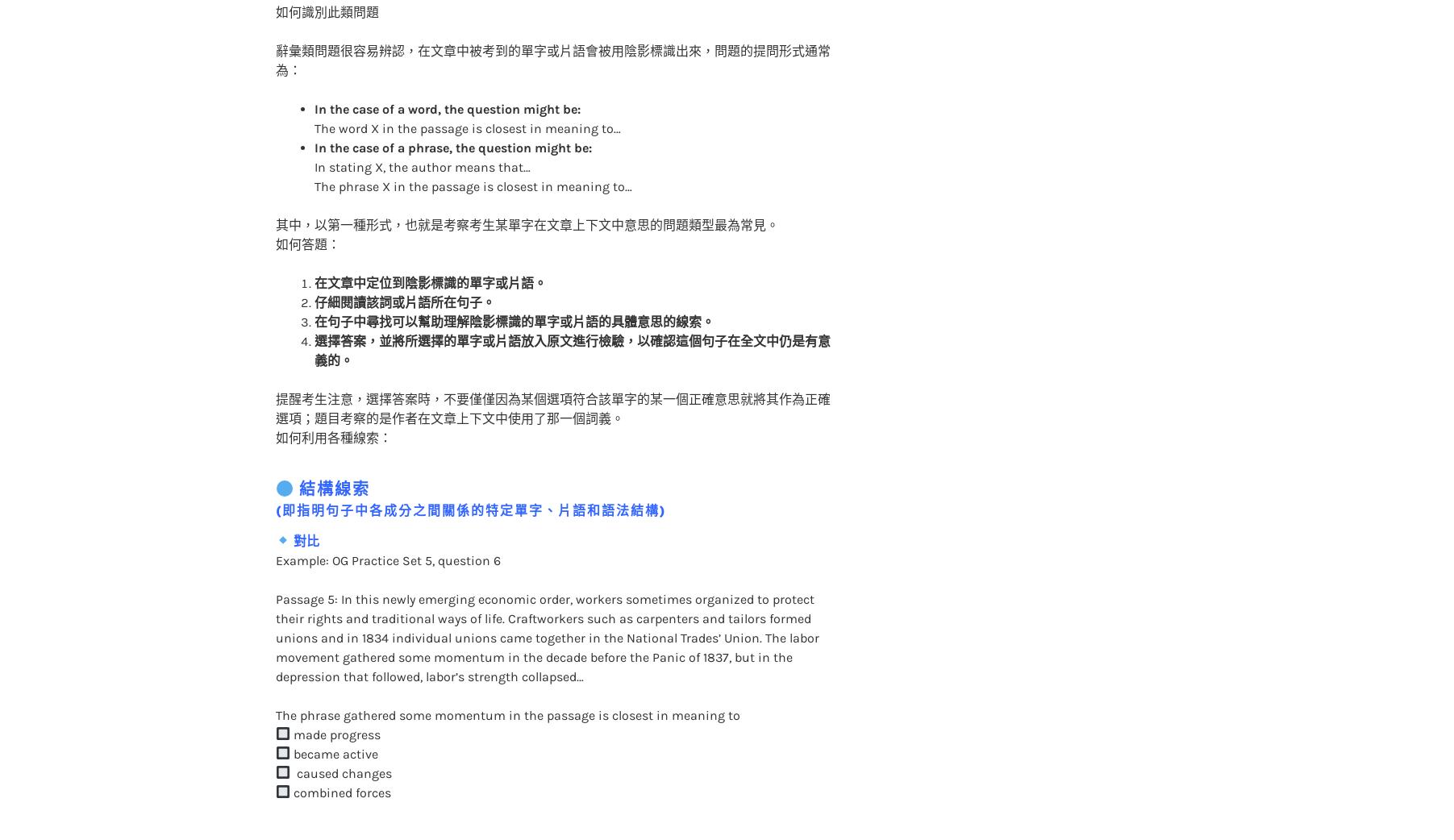 Image resolution: width=1454 pixels, height=840 pixels. I want to click on 'combined forces', so click(340, 759).